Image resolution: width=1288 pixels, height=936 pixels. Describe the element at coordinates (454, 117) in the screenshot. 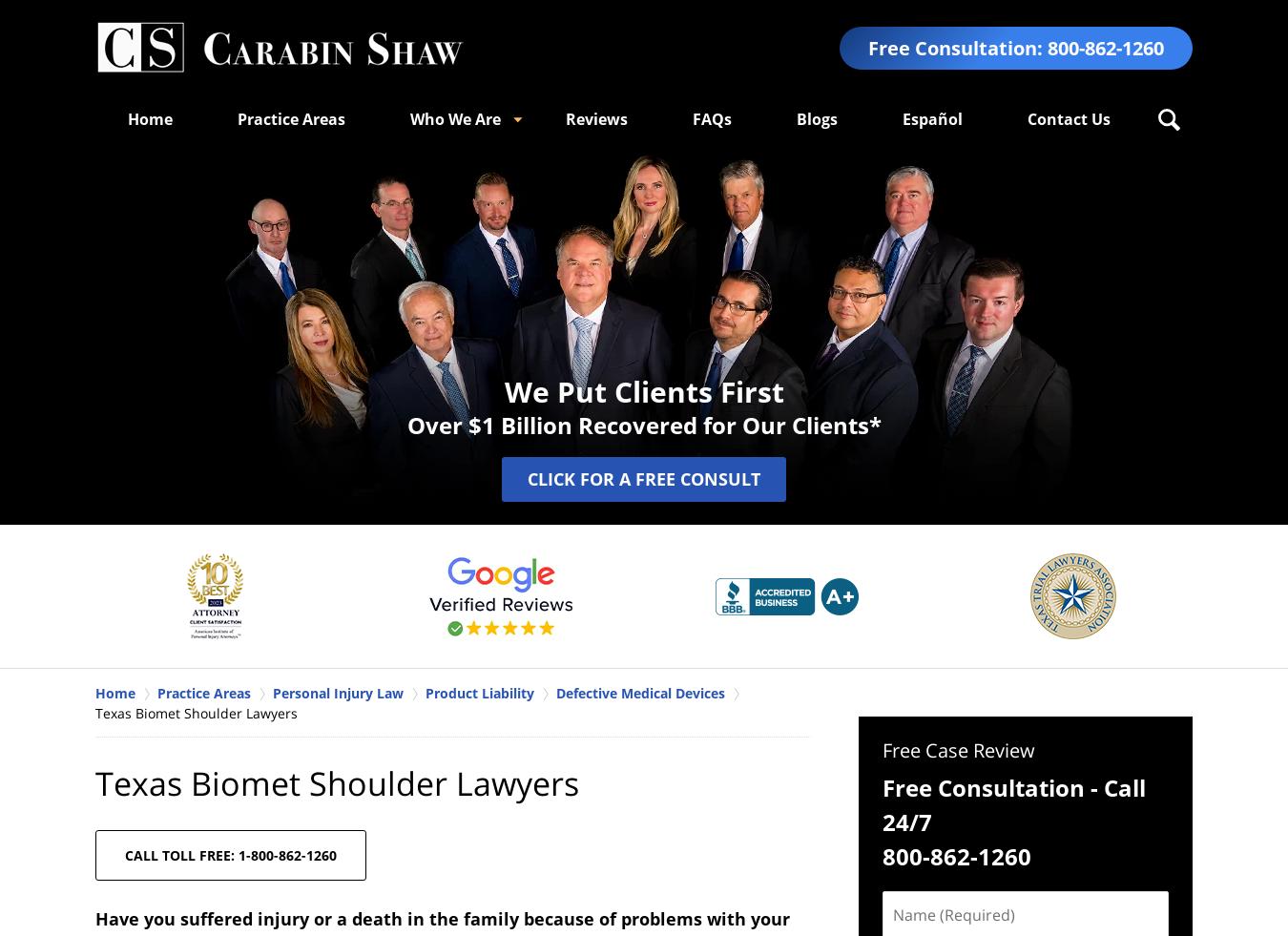

I see `'Who We Are'` at that location.